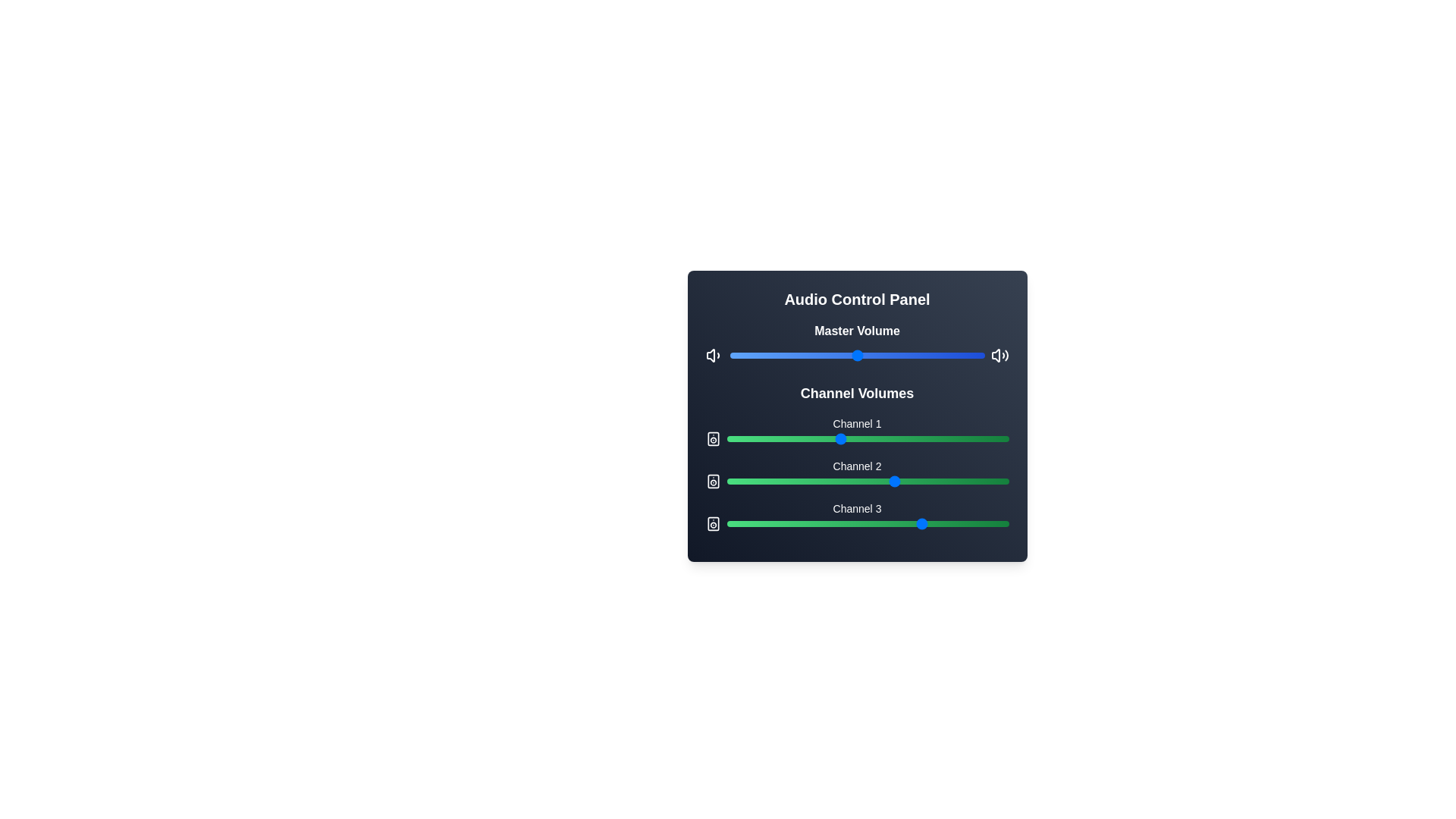 This screenshot has width=1456, height=819. Describe the element at coordinates (857, 330) in the screenshot. I see `the 'Master Volume' text label, which is styled with a bold, white font on a dark background, located at the top of the 'Audio Control Panel' section` at that location.